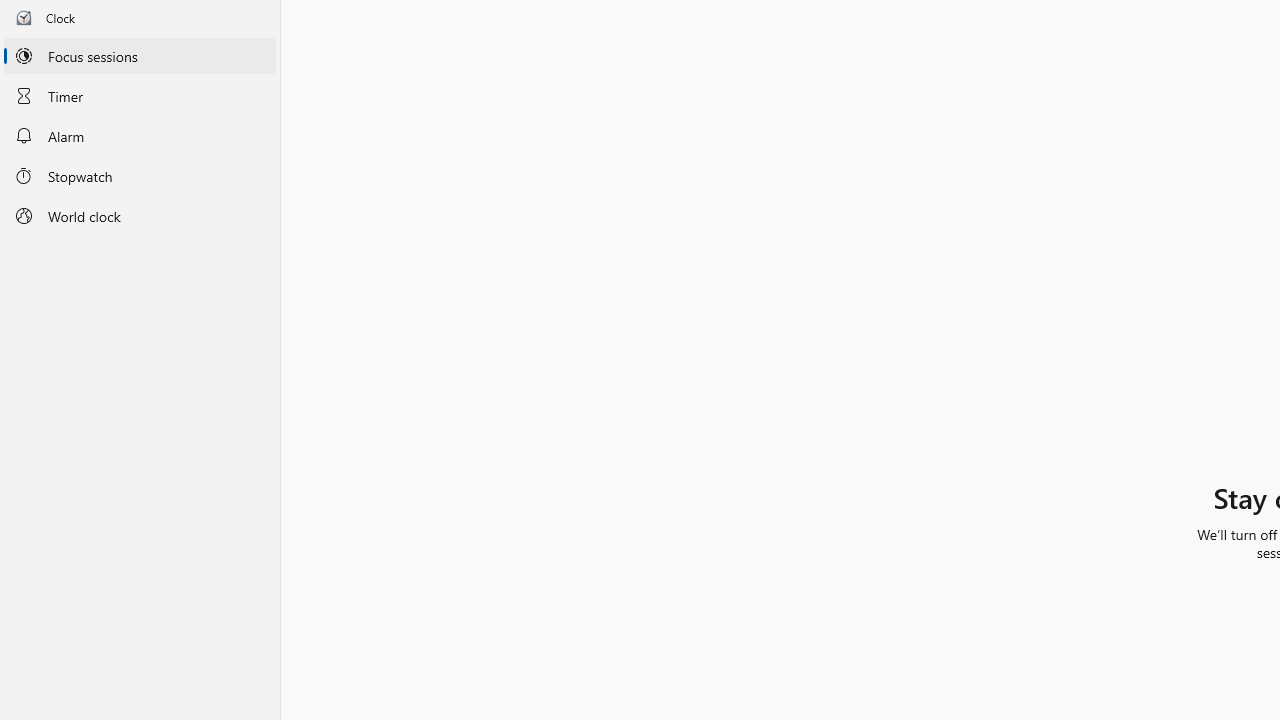  I want to click on 'Focus sessions', so click(139, 55).